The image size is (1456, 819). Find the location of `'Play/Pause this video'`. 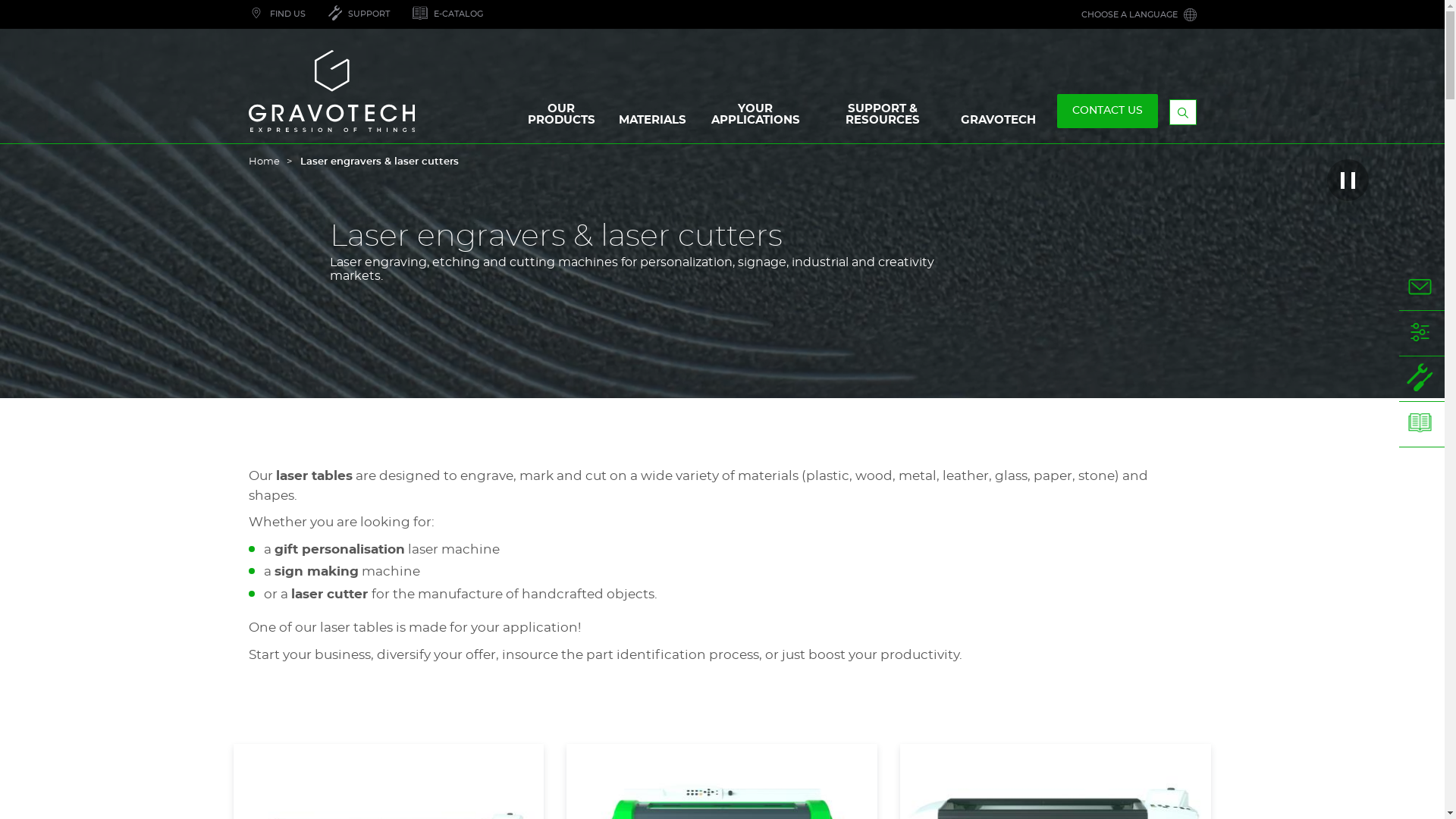

'Play/Pause this video' is located at coordinates (1348, 179).